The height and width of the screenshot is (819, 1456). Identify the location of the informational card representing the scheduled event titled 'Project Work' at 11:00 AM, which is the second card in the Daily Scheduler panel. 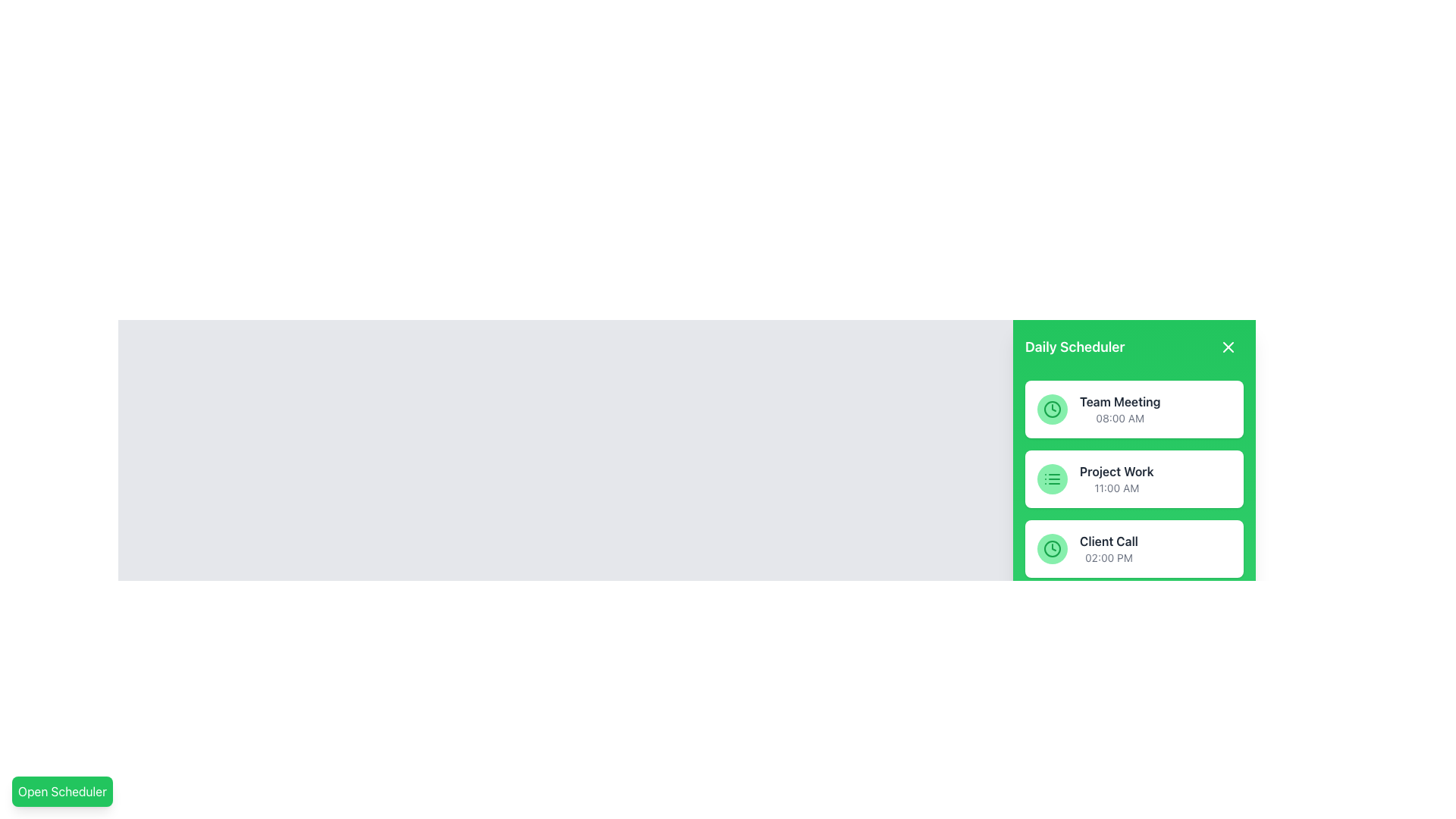
(1134, 479).